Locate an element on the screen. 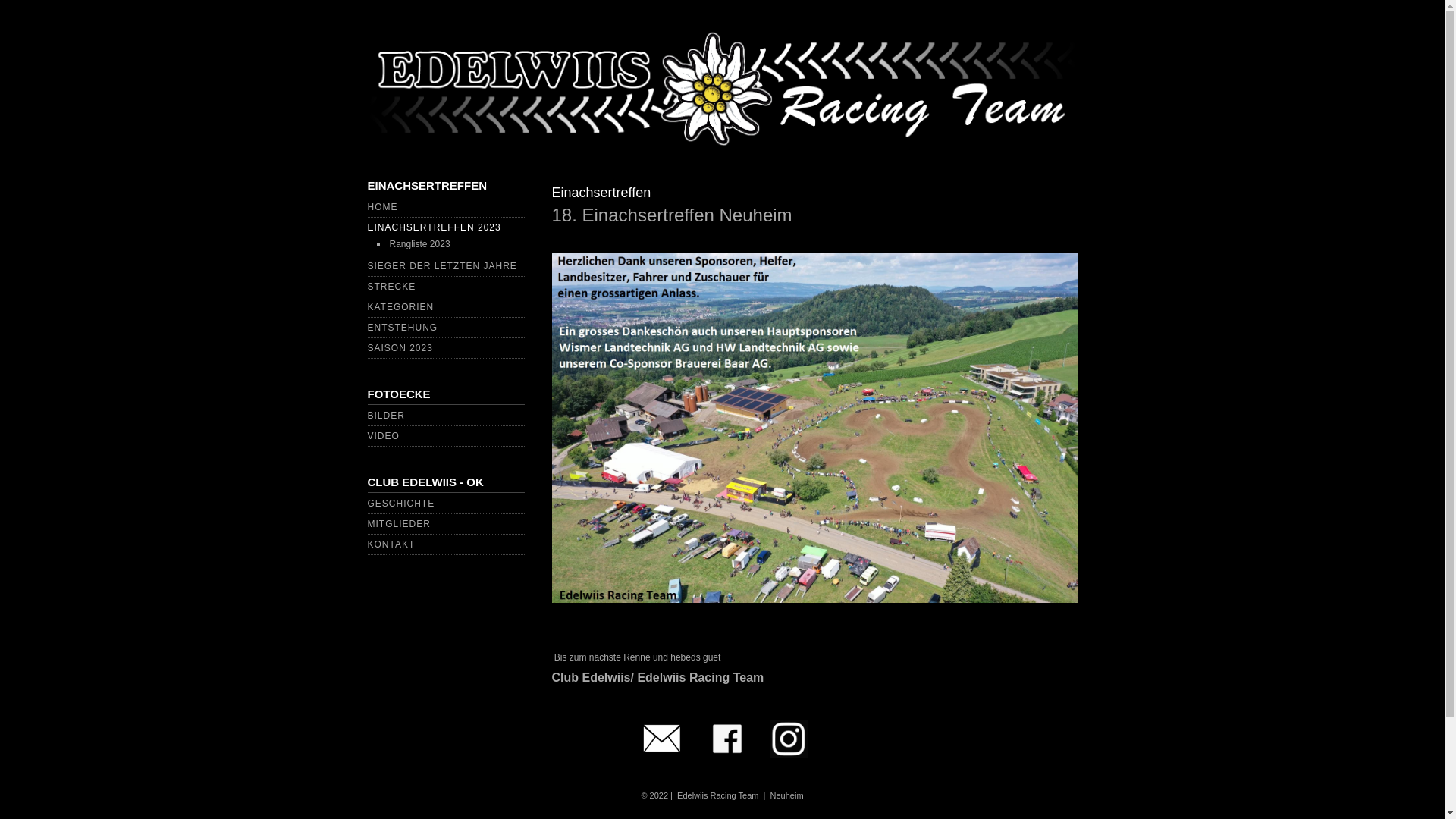 This screenshot has width=1456, height=819. 'SIEGER DER LETZTEN JAHRE' is located at coordinates (367, 265).